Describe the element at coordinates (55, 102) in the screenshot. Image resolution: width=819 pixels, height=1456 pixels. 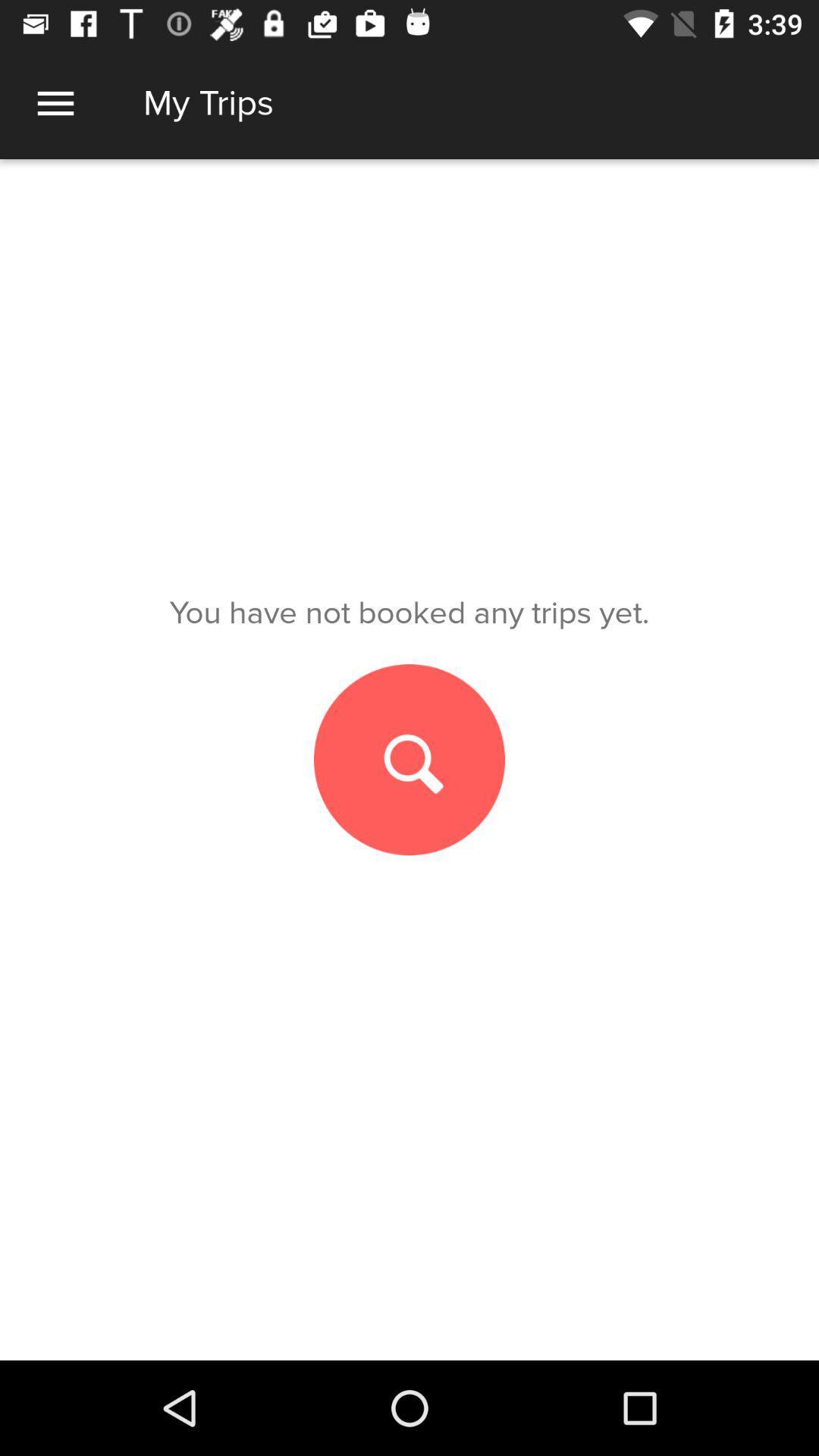
I see `icon next to the my trips item` at that location.